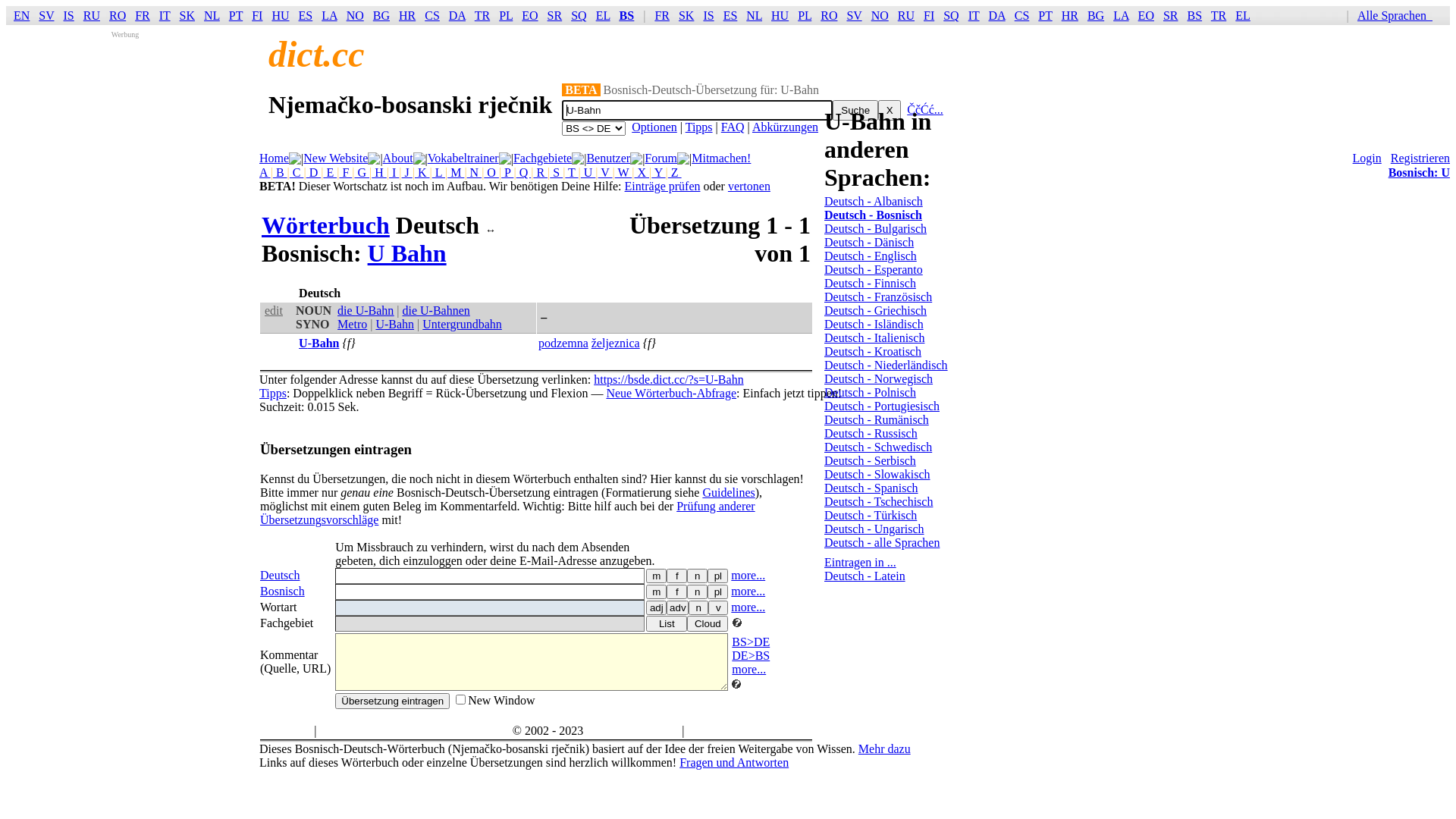  What do you see at coordinates (360, 171) in the screenshot?
I see `'G'` at bounding box center [360, 171].